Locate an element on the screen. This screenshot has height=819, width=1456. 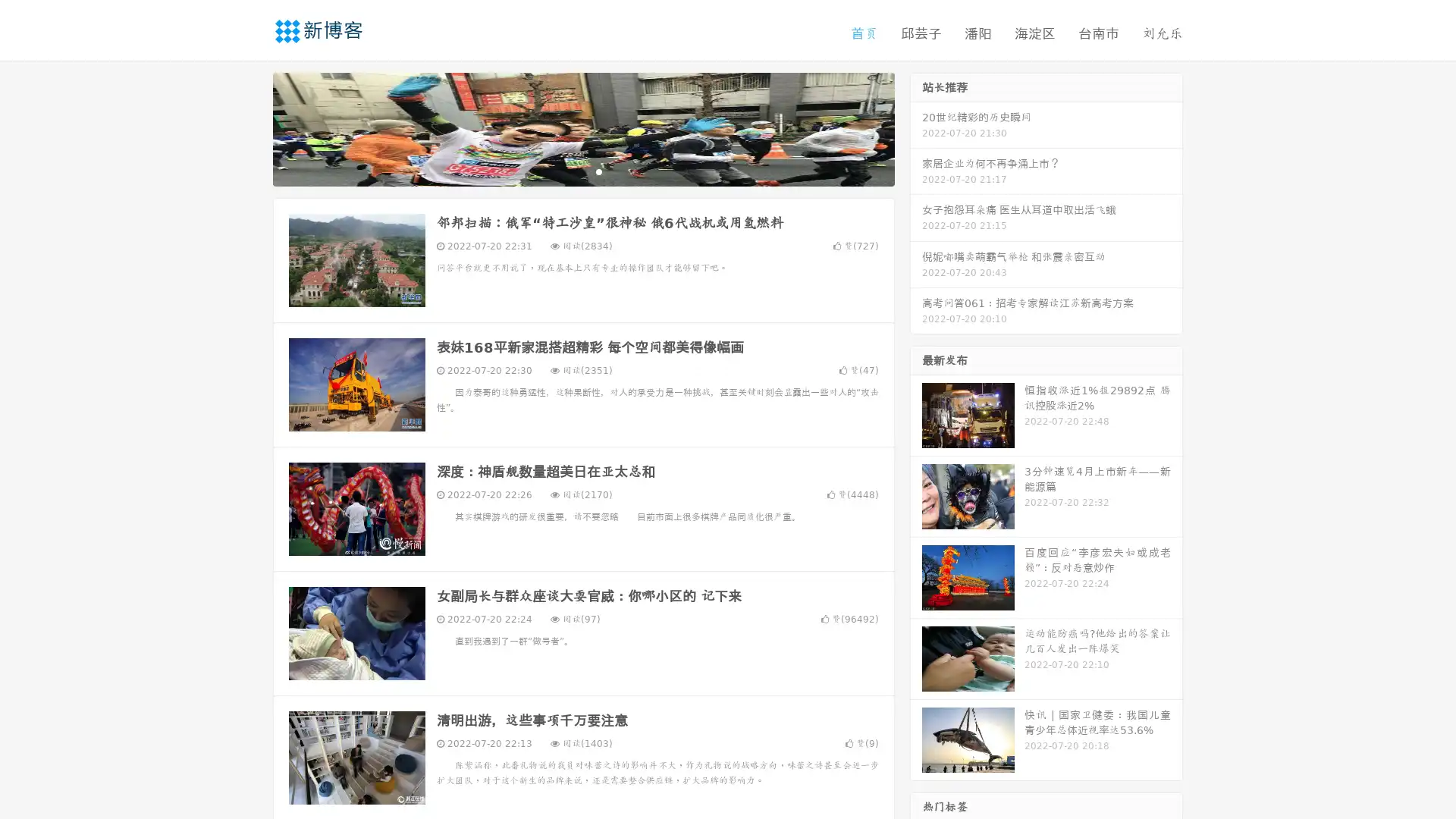
Previous slide is located at coordinates (250, 127).